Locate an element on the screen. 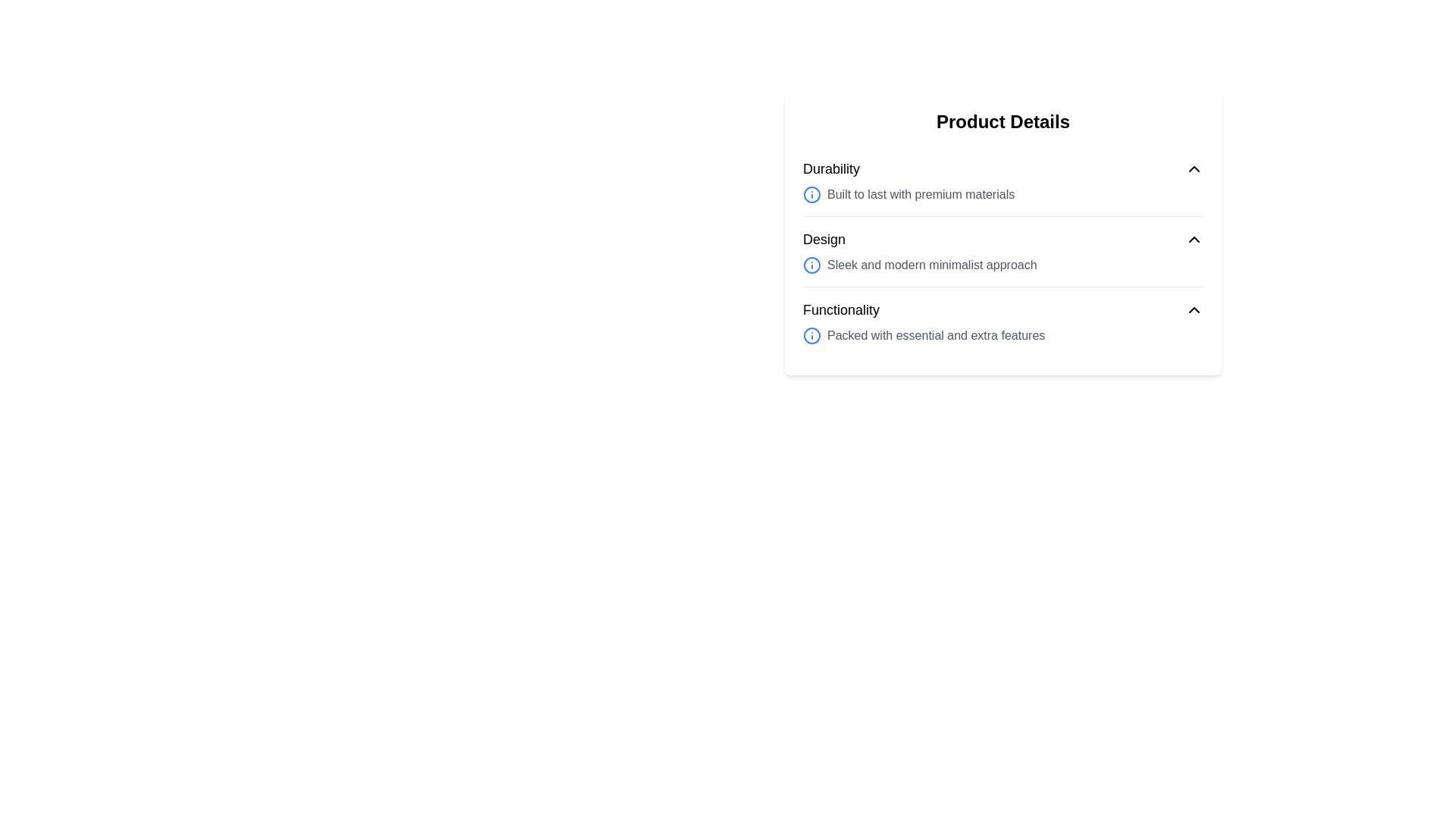  text label 'Product Details' which is prominently displayed at the top of a card-like section is located at coordinates (1003, 121).